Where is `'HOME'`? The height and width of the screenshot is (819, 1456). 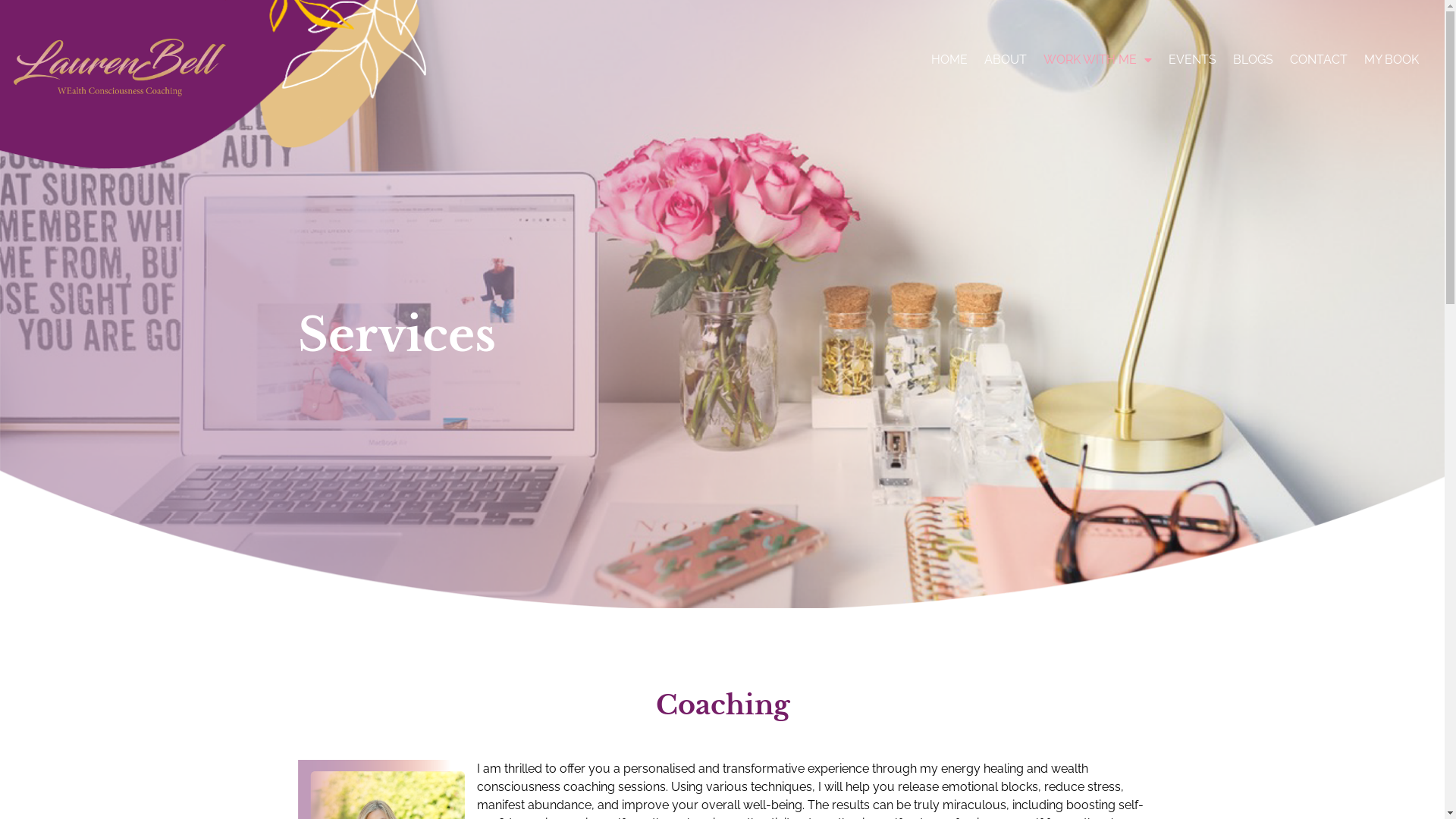 'HOME' is located at coordinates (949, 58).